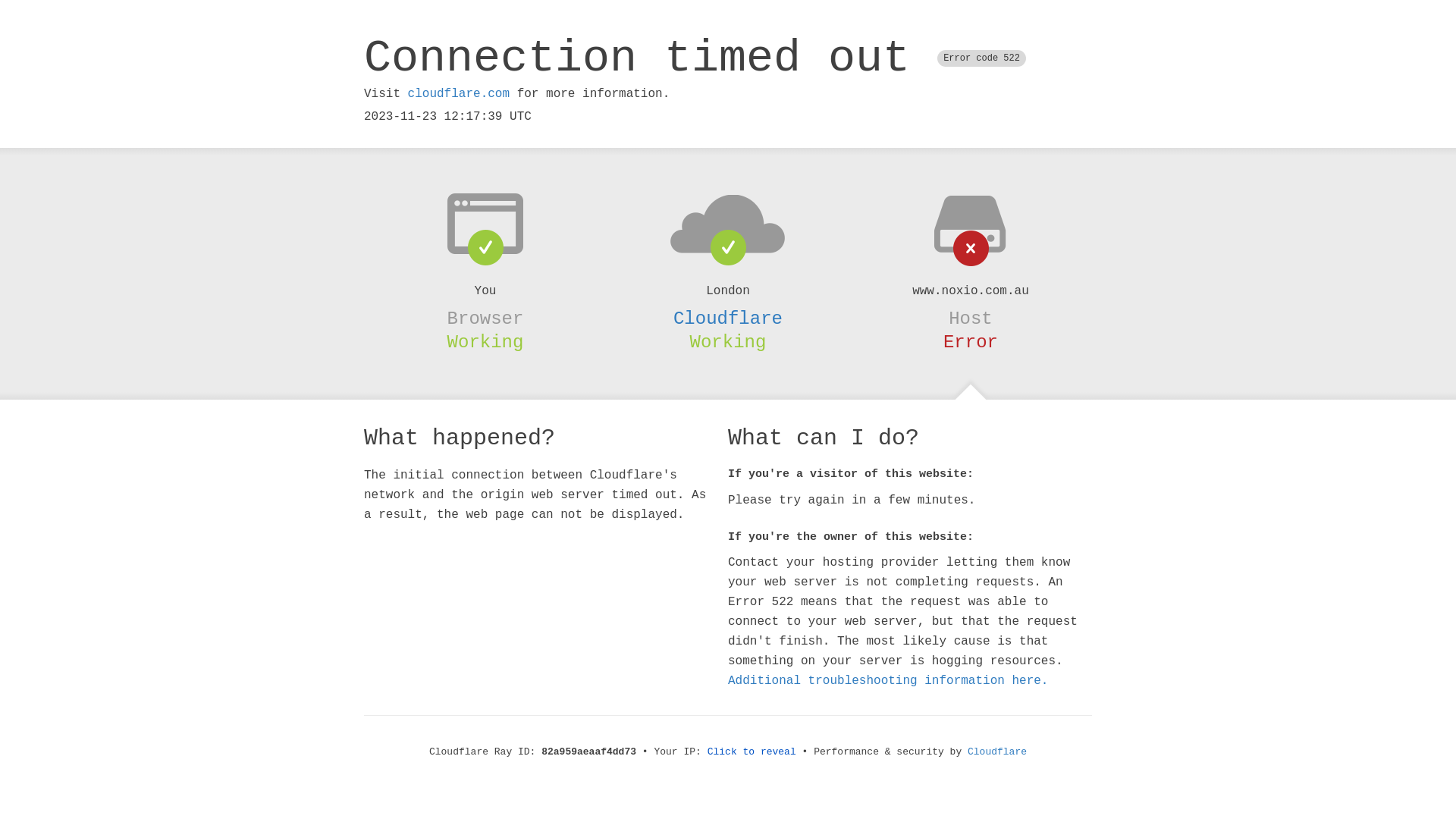  I want to click on 'cloudflare.com', so click(457, 93).